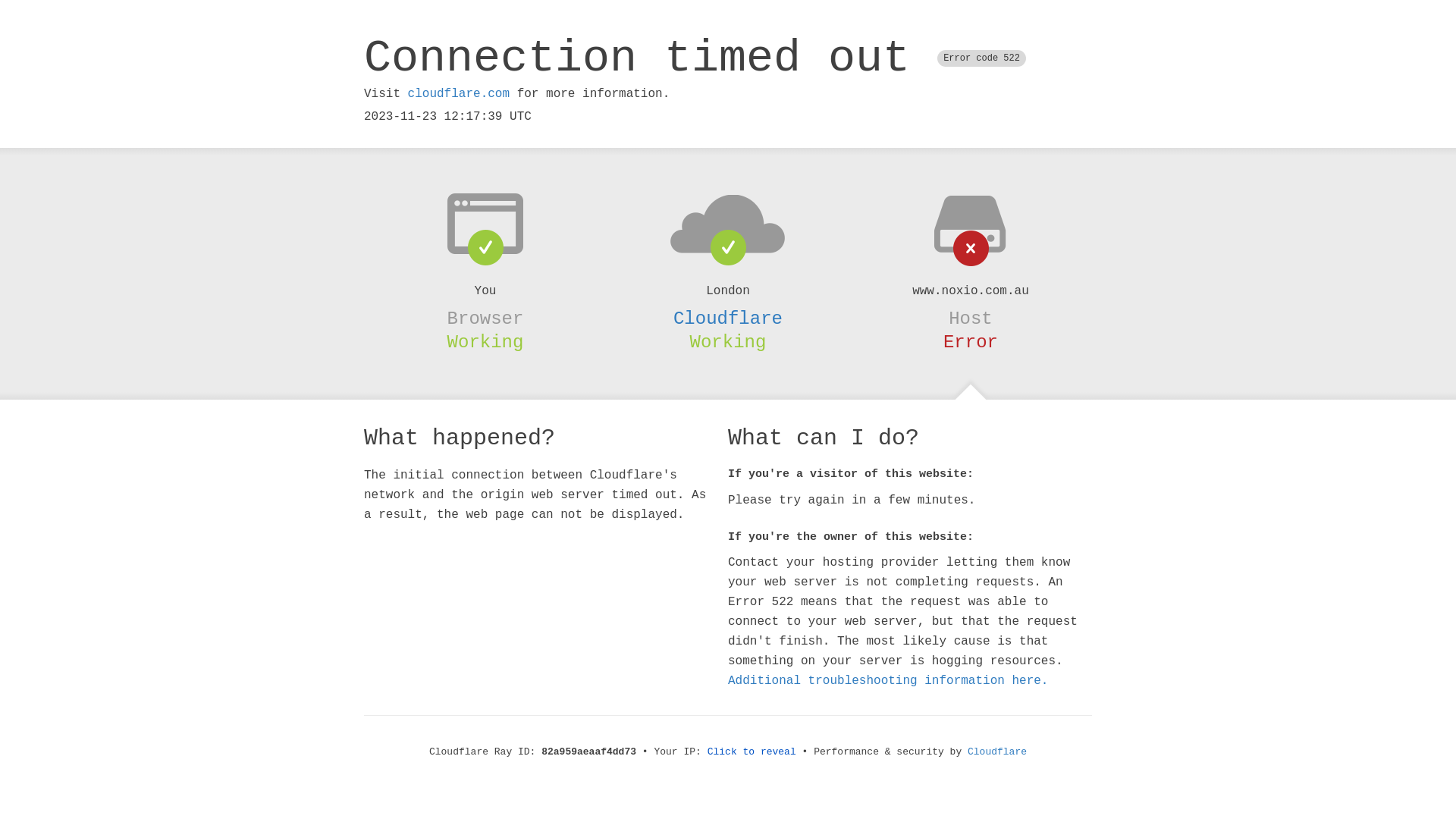  I want to click on 'cloudflare.com', so click(457, 93).